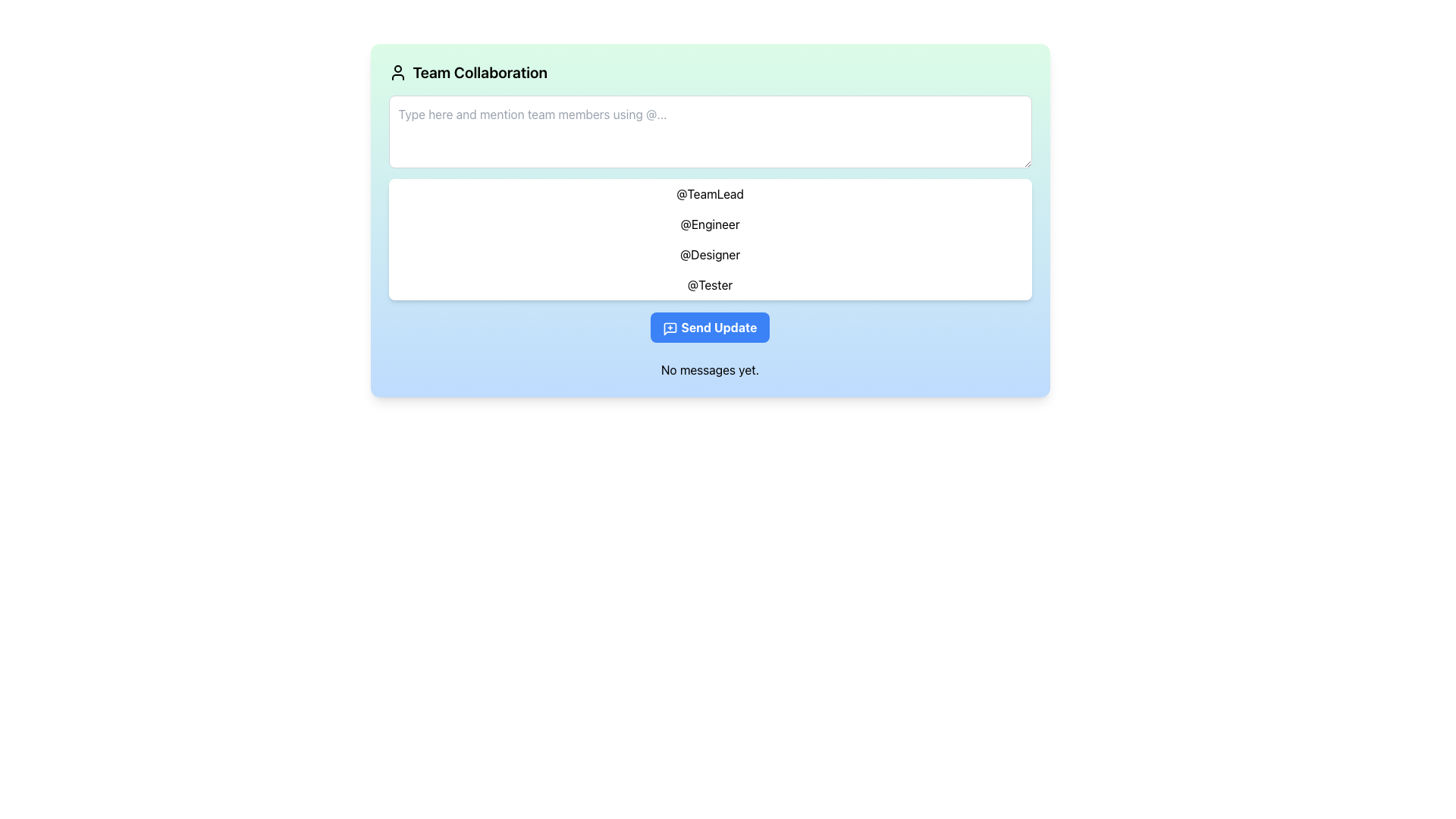 This screenshot has width=1456, height=819. Describe the element at coordinates (709, 284) in the screenshot. I see `the fourth List Item` at that location.